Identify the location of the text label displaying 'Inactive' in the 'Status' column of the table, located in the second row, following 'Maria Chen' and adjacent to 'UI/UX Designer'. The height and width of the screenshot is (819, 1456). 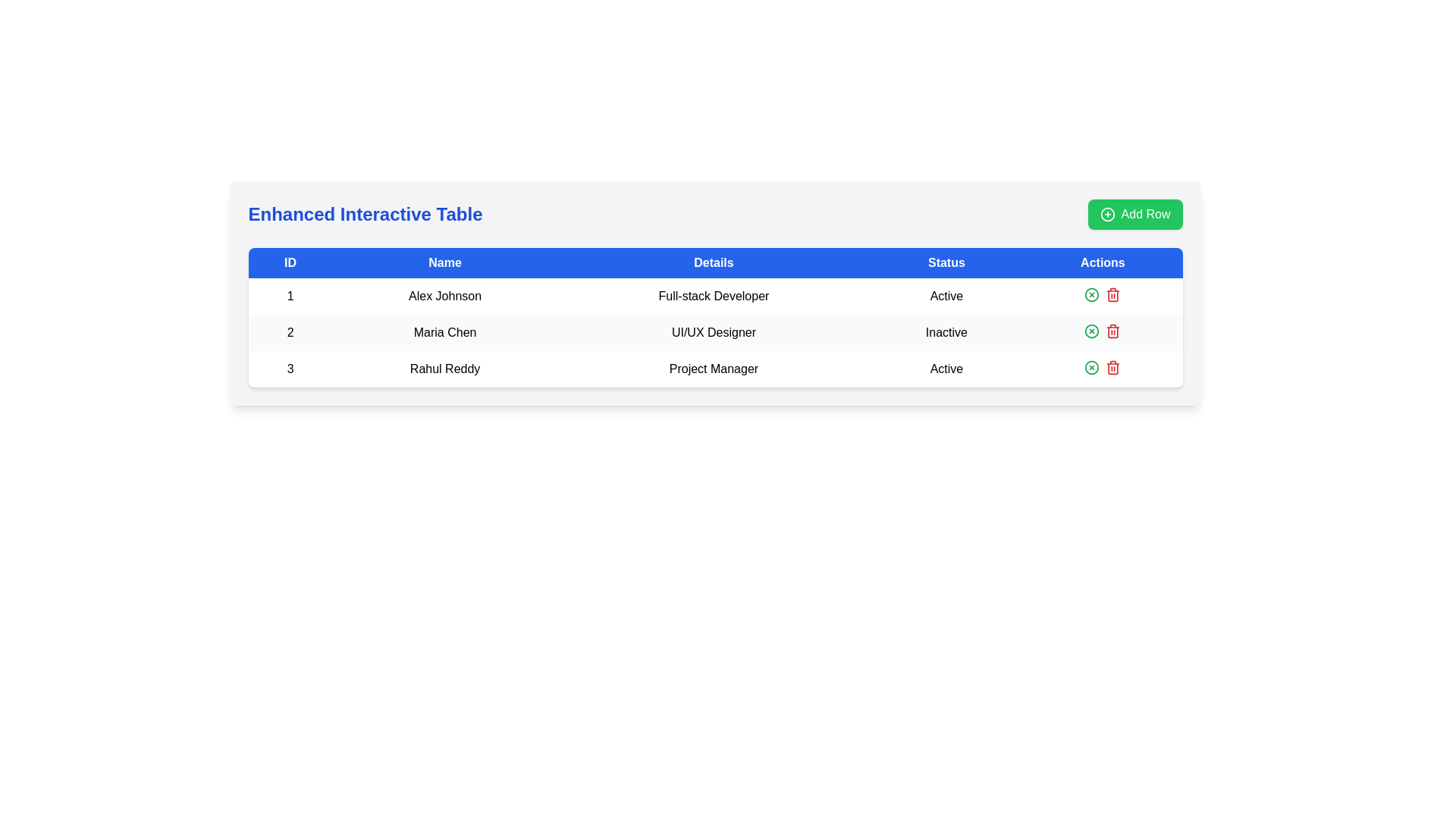
(946, 332).